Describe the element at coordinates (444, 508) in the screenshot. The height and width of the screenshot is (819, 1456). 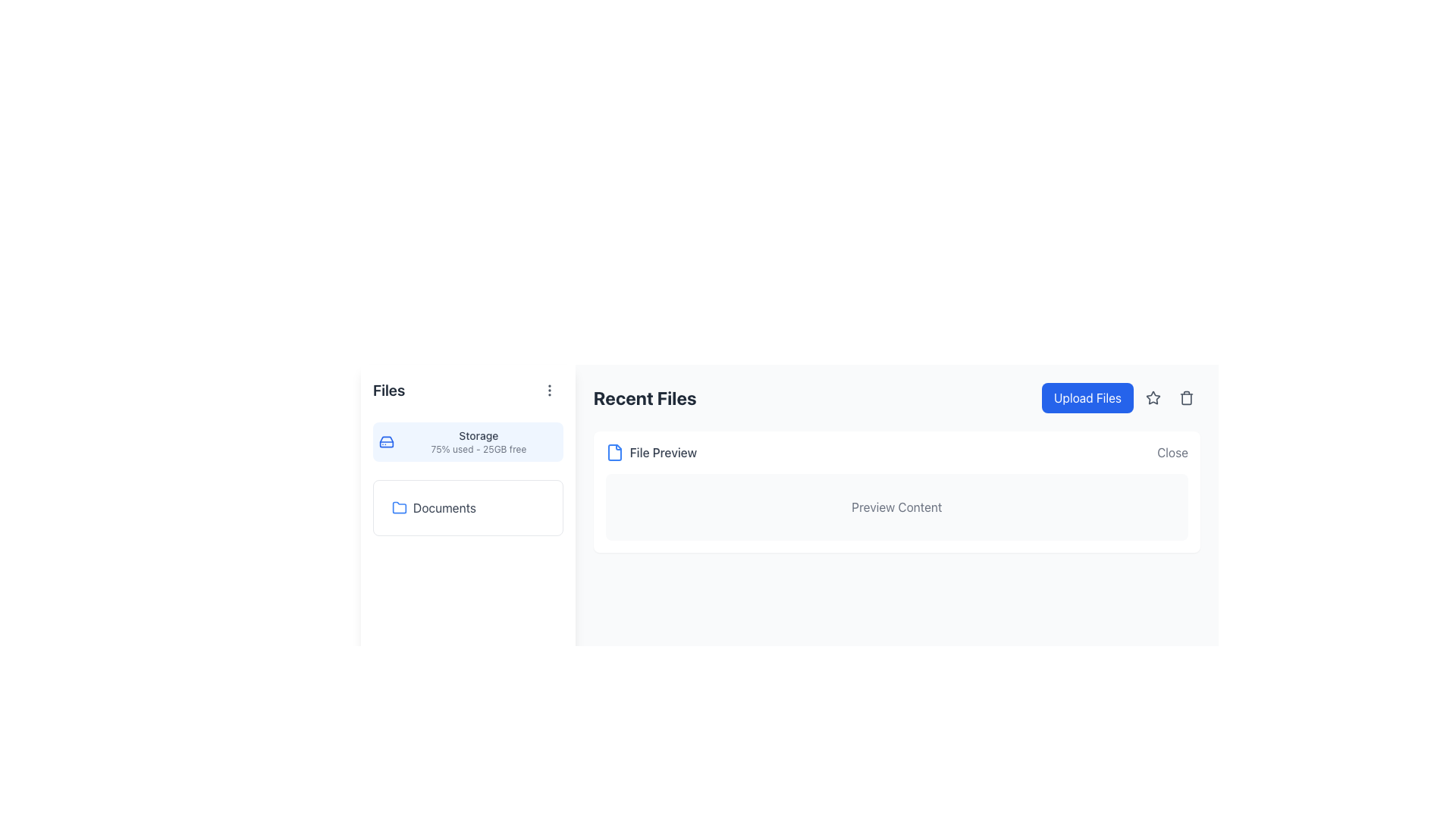
I see `the static text label displaying 'Documents' in gray color, located in the left panel under the 'Storage' section` at that location.